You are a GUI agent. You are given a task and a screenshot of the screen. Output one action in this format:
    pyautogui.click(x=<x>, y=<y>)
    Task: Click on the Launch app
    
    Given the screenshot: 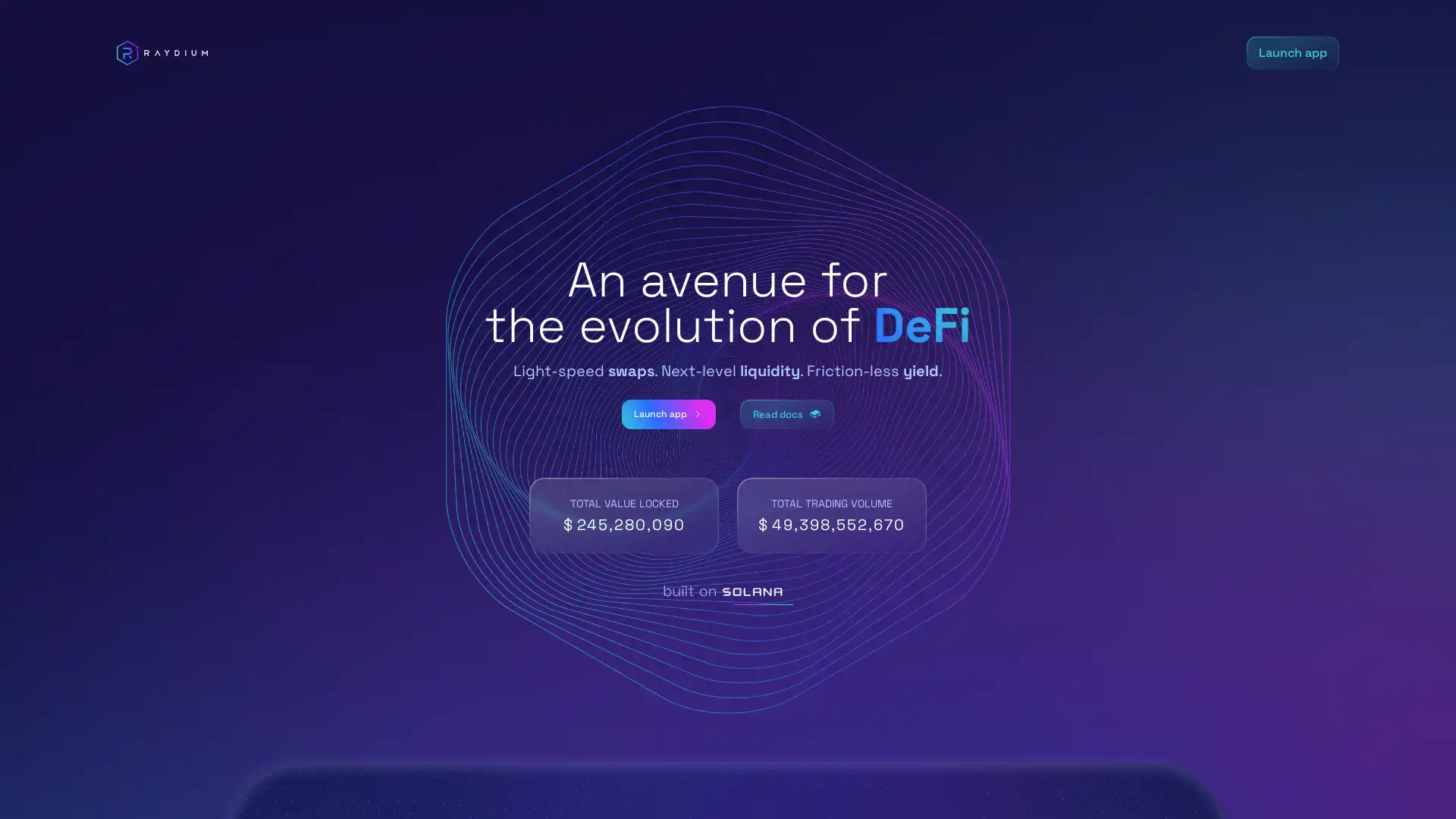 What is the action you would take?
    pyautogui.click(x=658, y=414)
    